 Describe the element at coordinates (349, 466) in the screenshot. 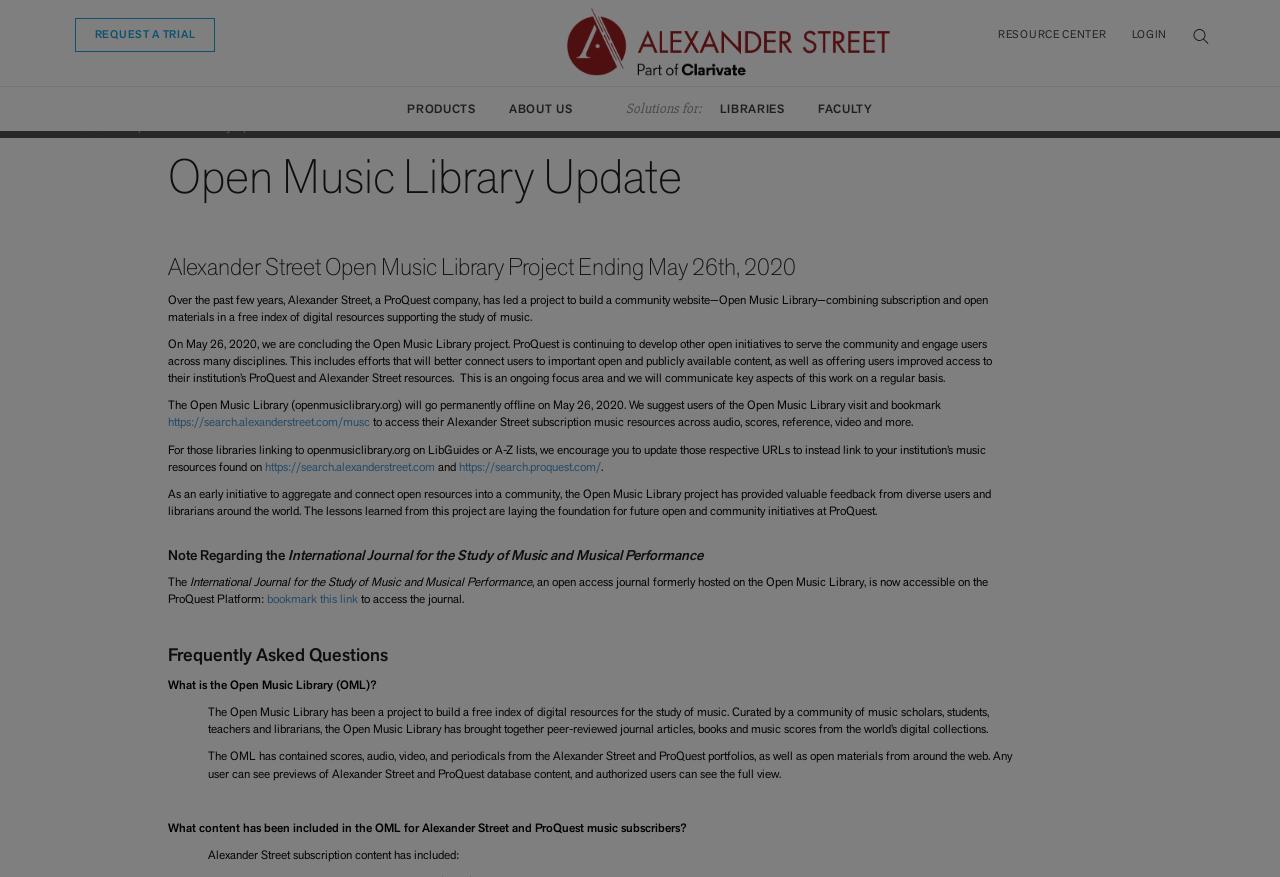

I see `'https://search.alexanderstreet.com'` at that location.